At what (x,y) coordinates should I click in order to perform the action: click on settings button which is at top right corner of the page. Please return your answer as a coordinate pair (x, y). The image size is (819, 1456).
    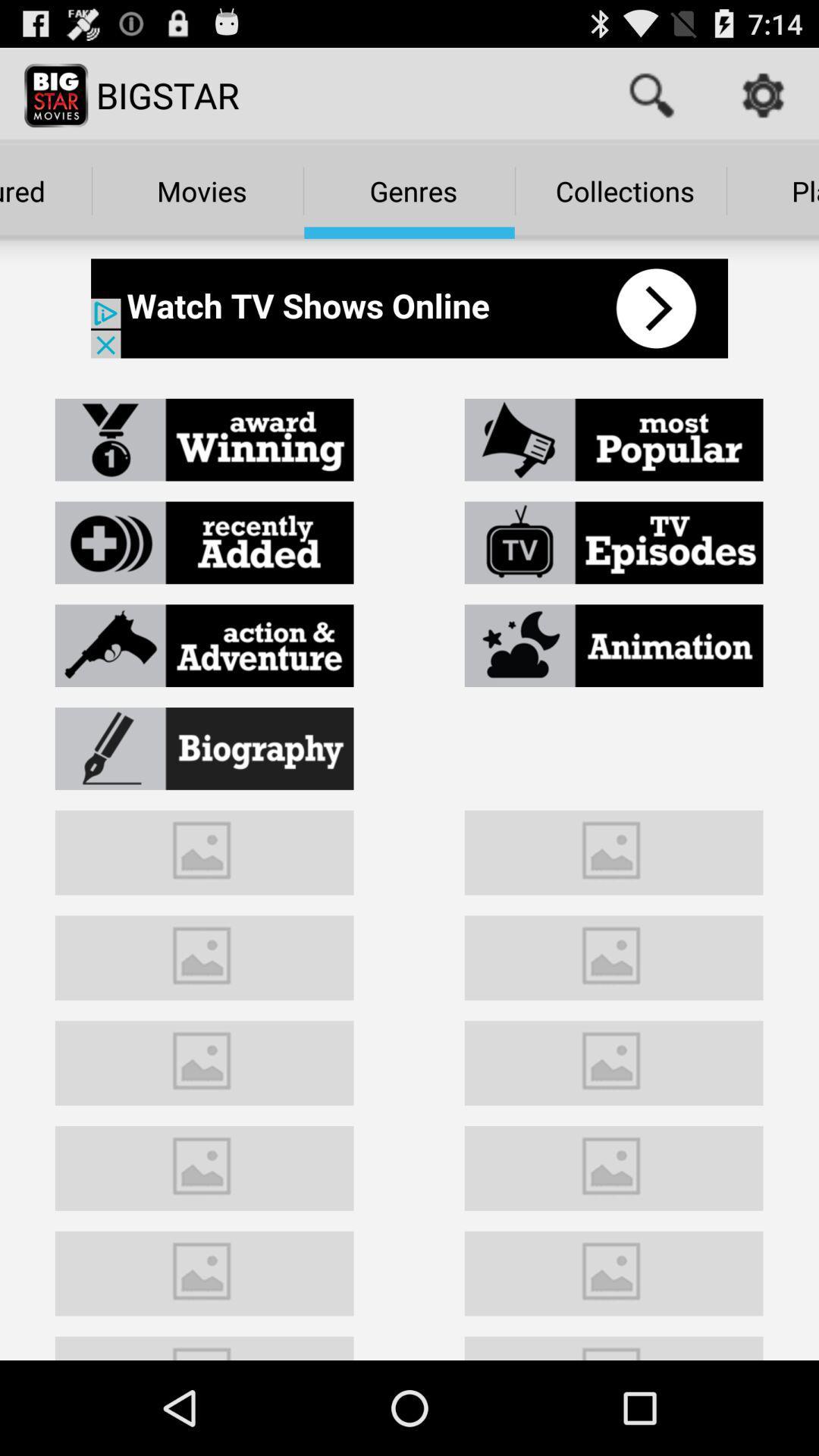
    Looking at the image, I should click on (763, 94).